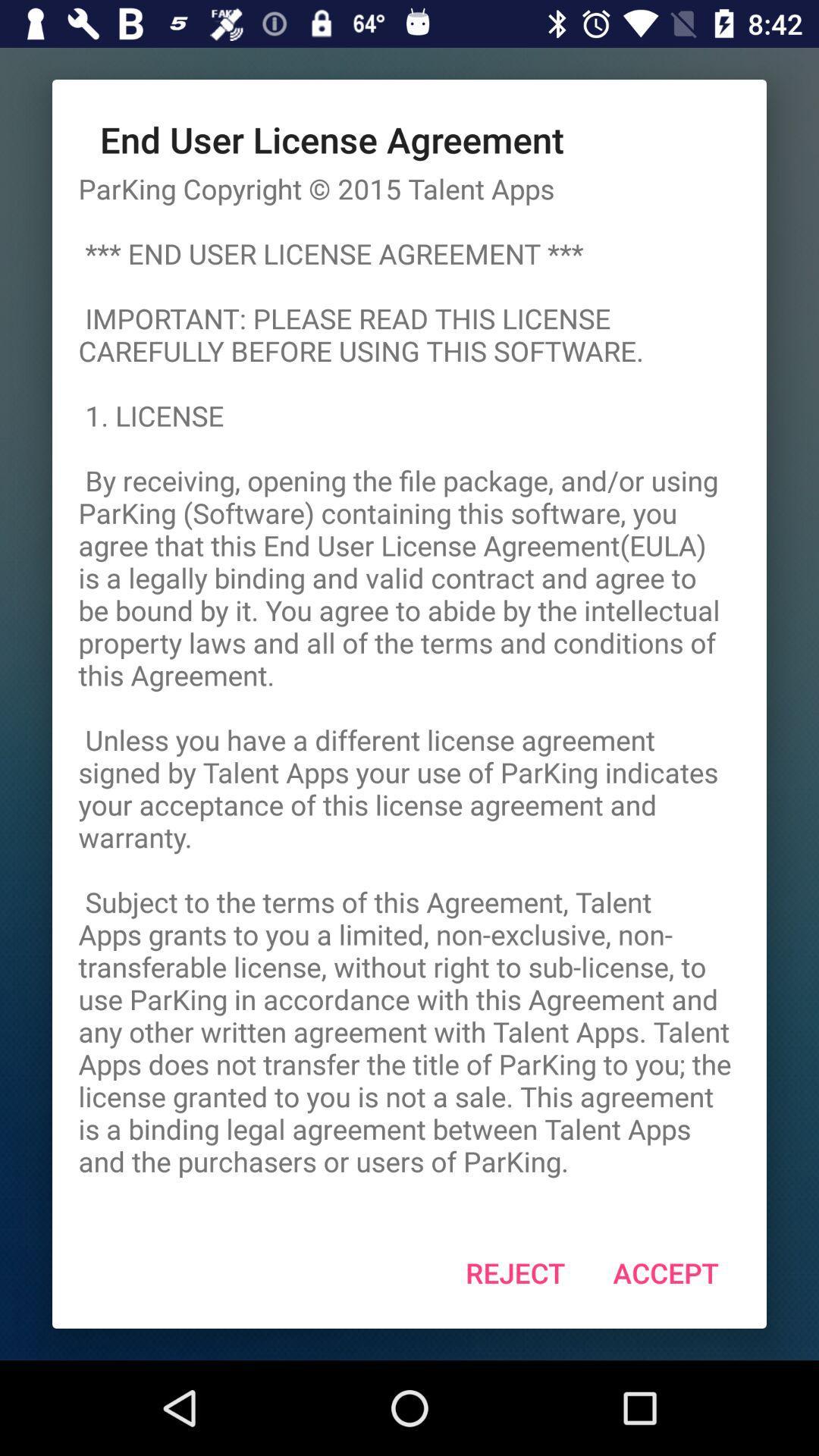 Image resolution: width=819 pixels, height=1456 pixels. Describe the element at coordinates (665, 1272) in the screenshot. I see `the icon to the right of the reject` at that location.